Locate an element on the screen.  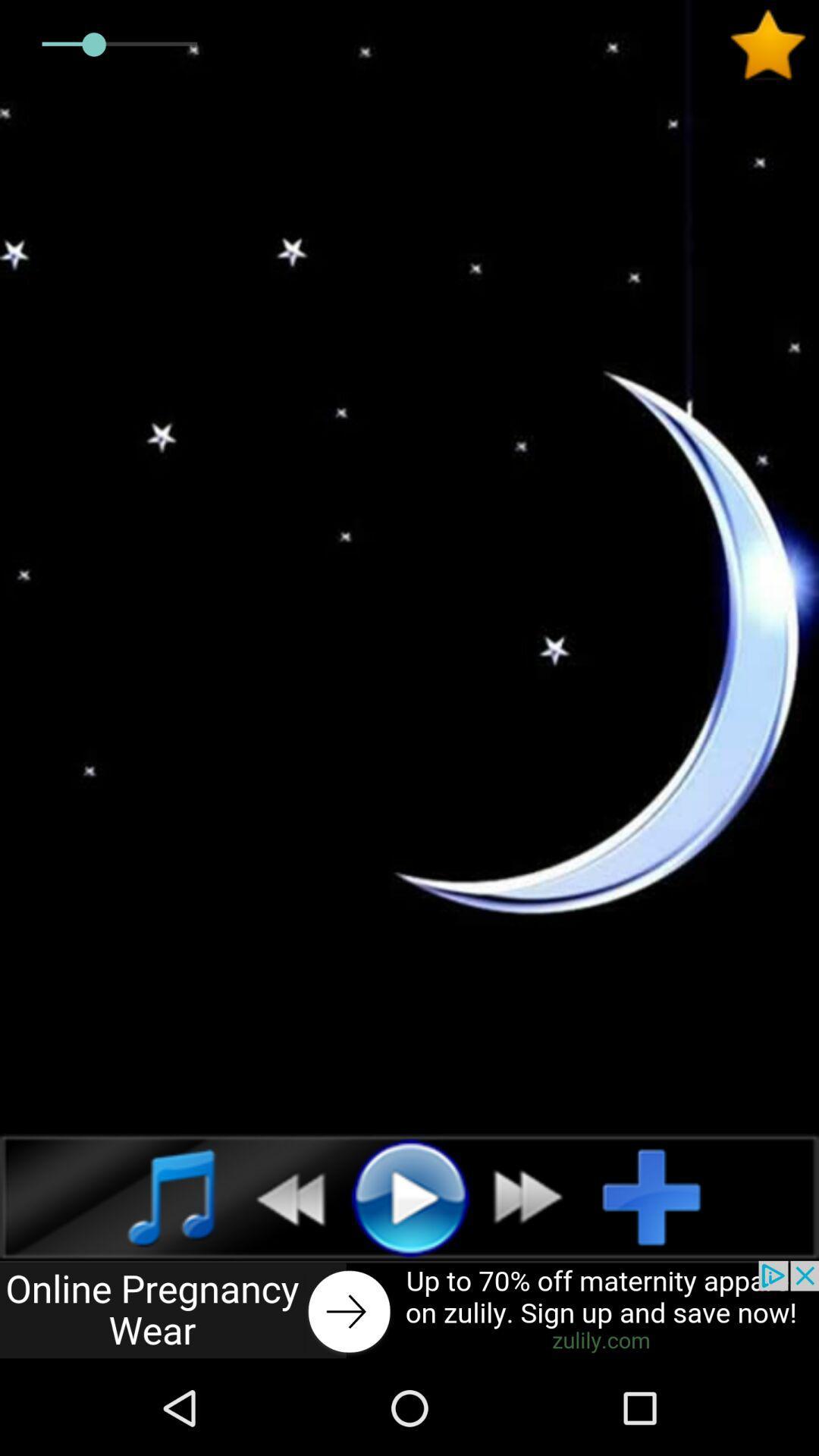
the play icon is located at coordinates (409, 1196).